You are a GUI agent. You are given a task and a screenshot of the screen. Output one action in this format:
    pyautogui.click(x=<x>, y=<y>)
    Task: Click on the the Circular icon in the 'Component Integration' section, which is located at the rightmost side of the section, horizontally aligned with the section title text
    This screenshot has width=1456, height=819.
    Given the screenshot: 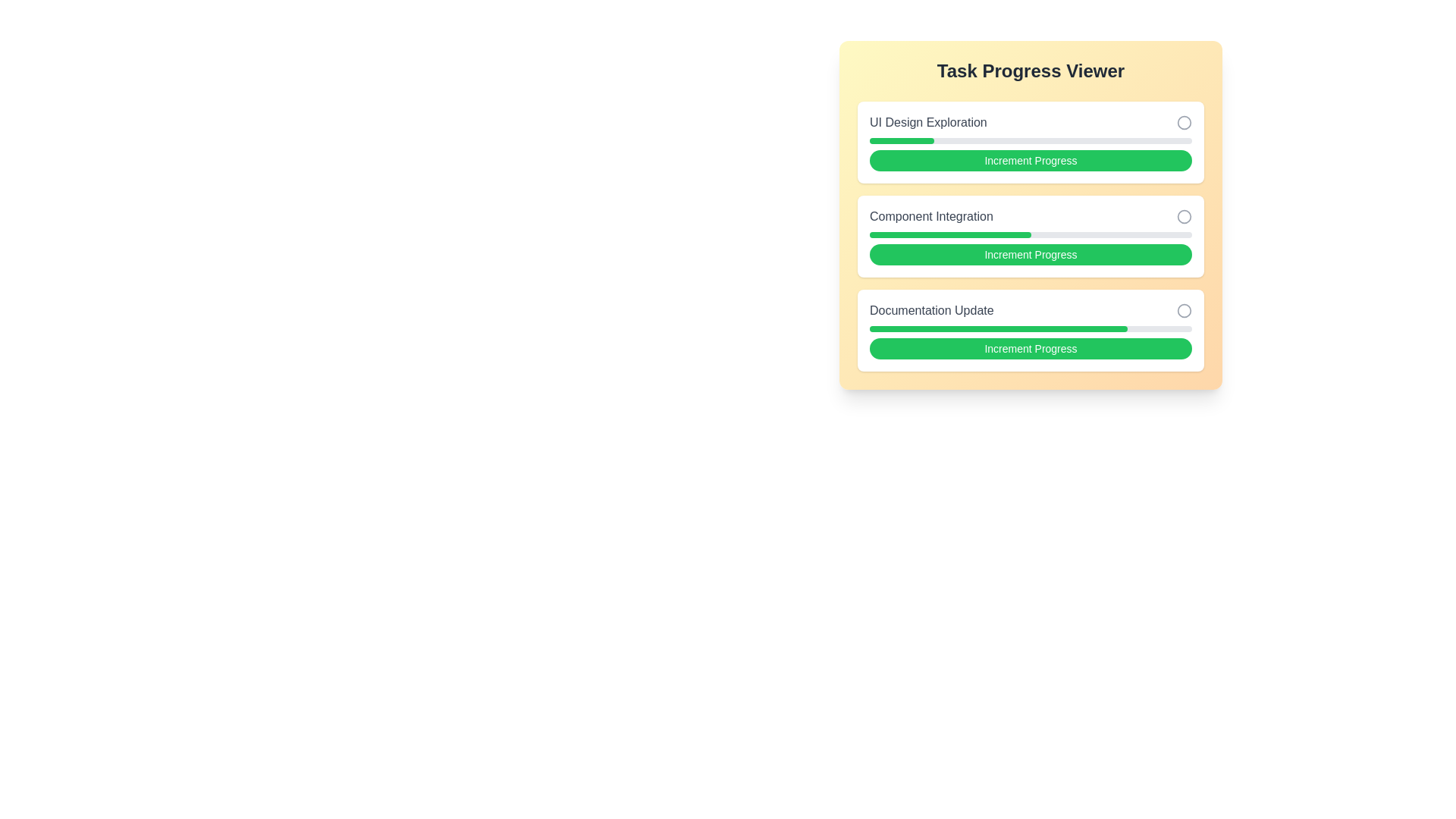 What is the action you would take?
    pyautogui.click(x=1183, y=216)
    